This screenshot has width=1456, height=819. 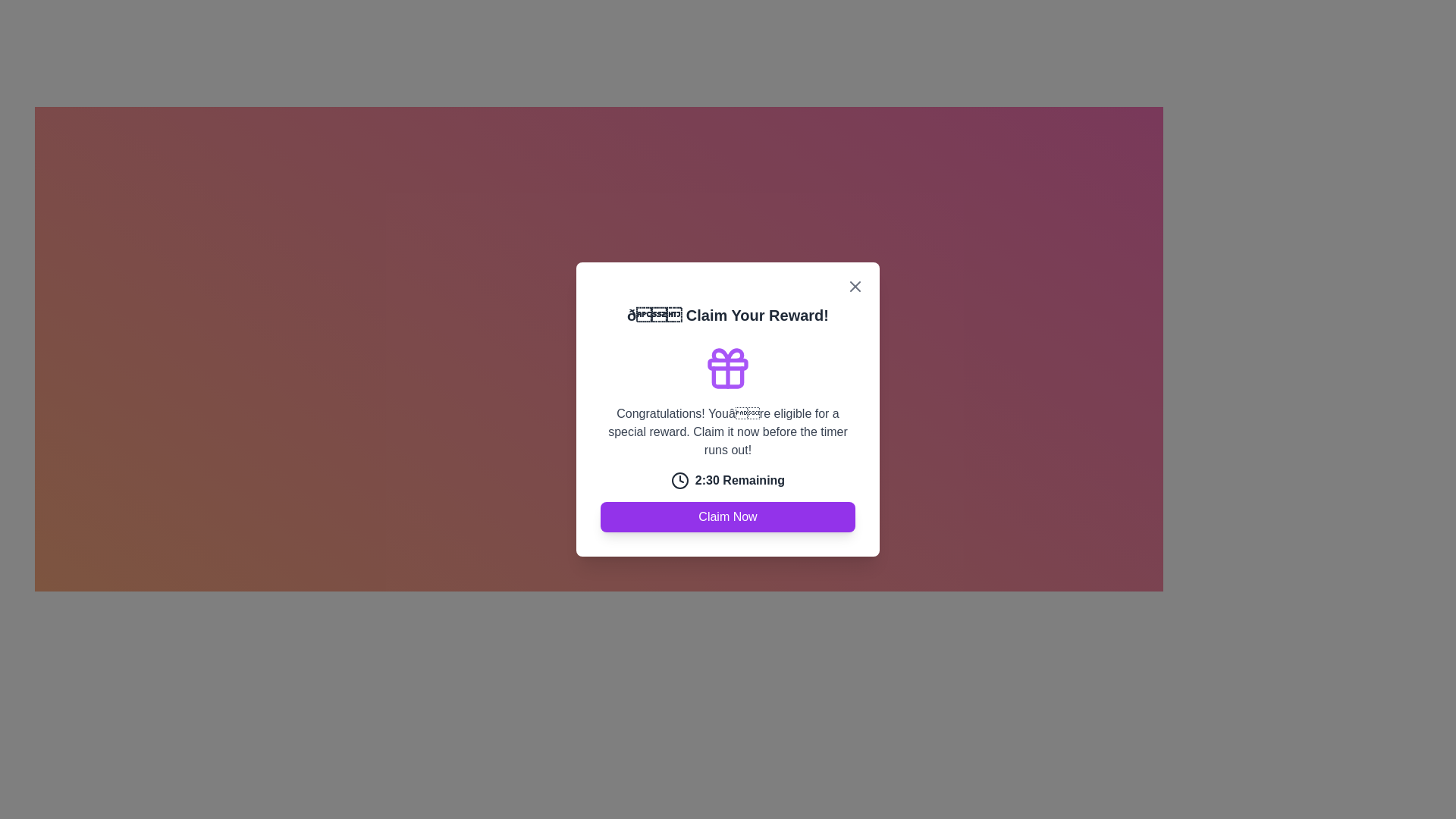 What do you see at coordinates (728, 516) in the screenshot?
I see `the 'Claim Now' button, which is a vibrant purple rectangular button with rounded corners at the bottom of a modal window` at bounding box center [728, 516].